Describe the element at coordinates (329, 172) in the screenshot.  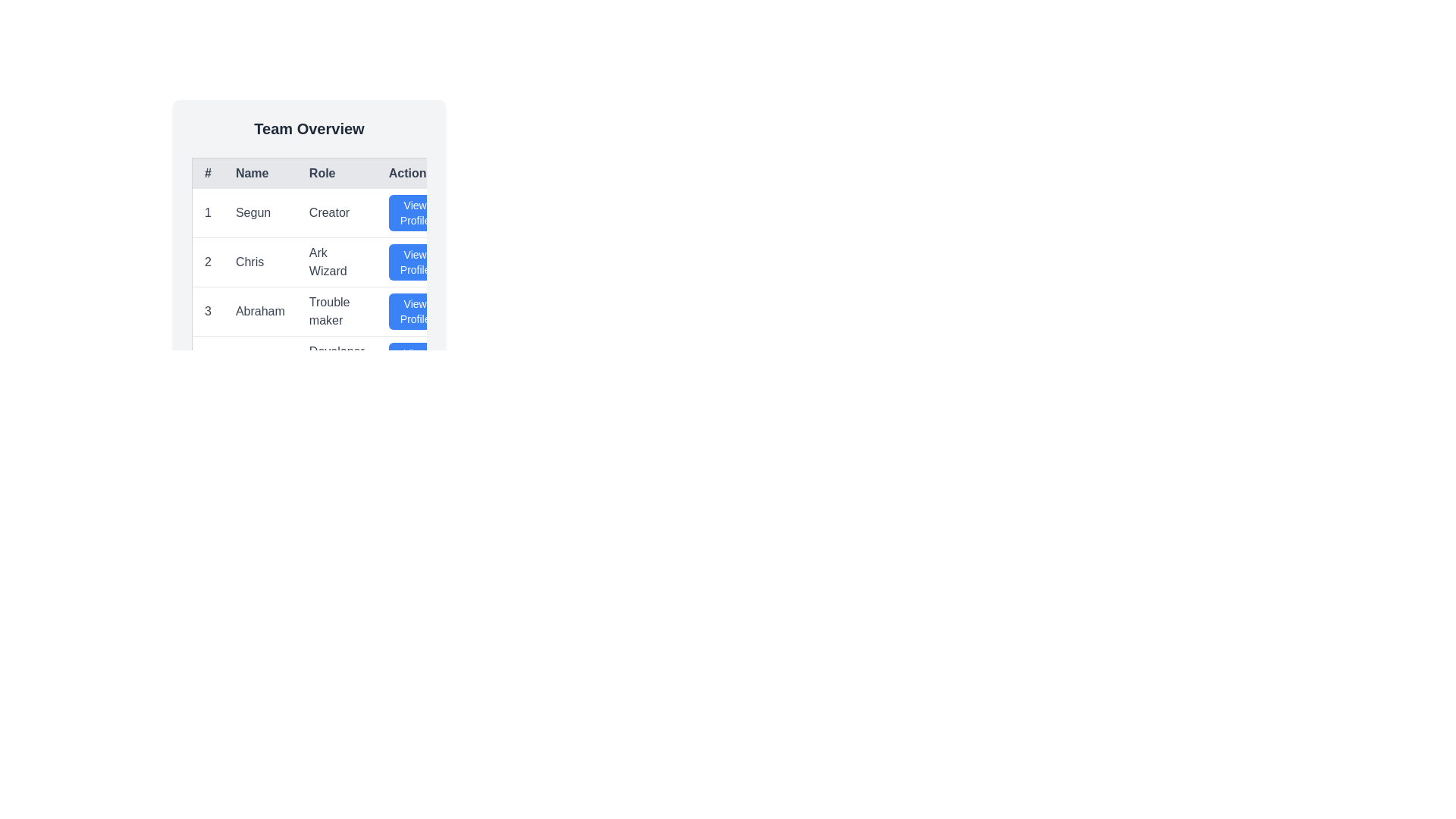
I see `the Table Header Row which labels the columns for the data entries below, positioned directly beneath the 'Team Overview' title` at that location.